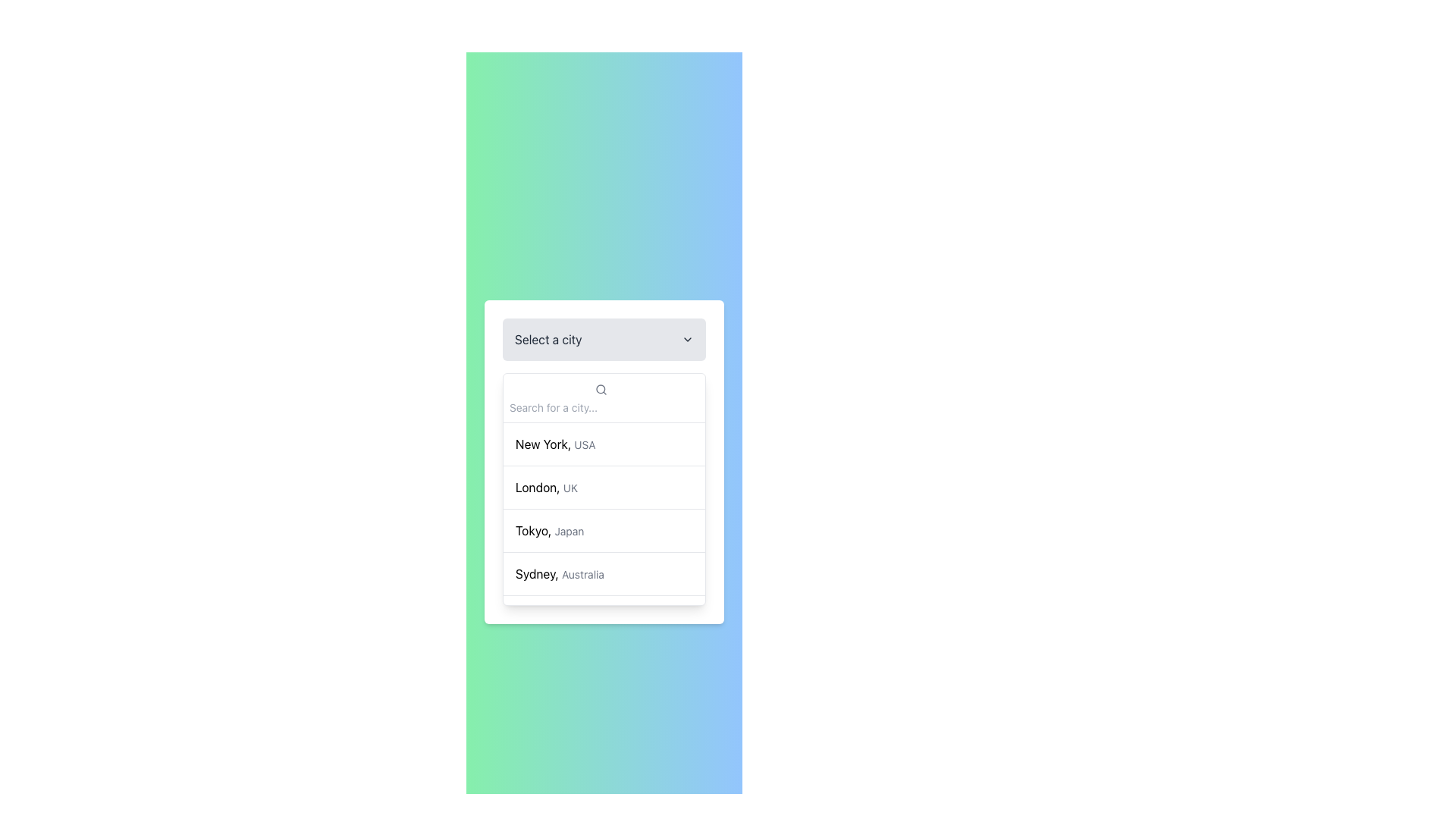 This screenshot has height=819, width=1456. I want to click on the list item representing 'London, UK' in the dropdown menu, so click(603, 488).